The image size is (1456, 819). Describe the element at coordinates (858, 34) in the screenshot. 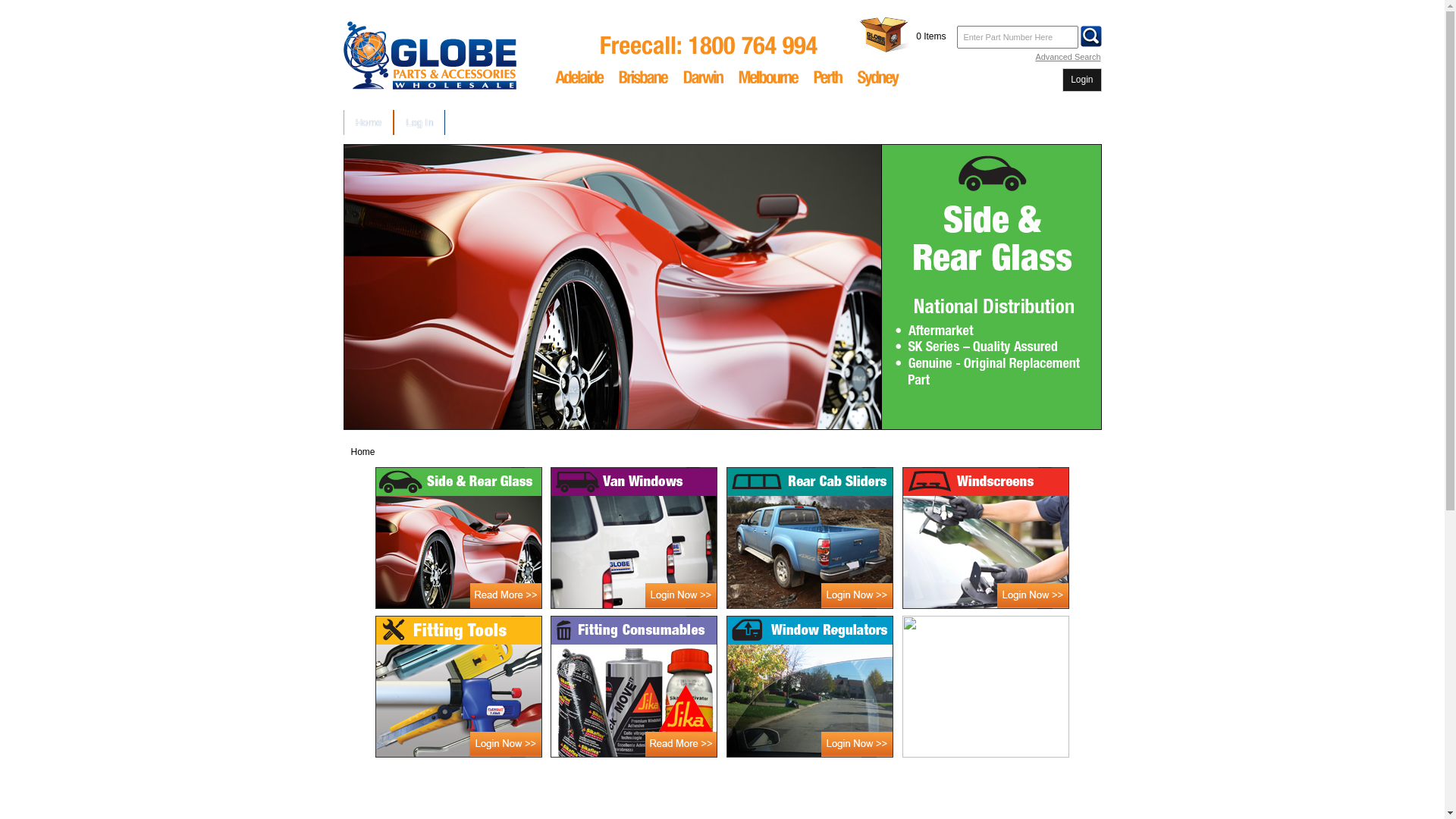

I see `' View your Cart '` at that location.